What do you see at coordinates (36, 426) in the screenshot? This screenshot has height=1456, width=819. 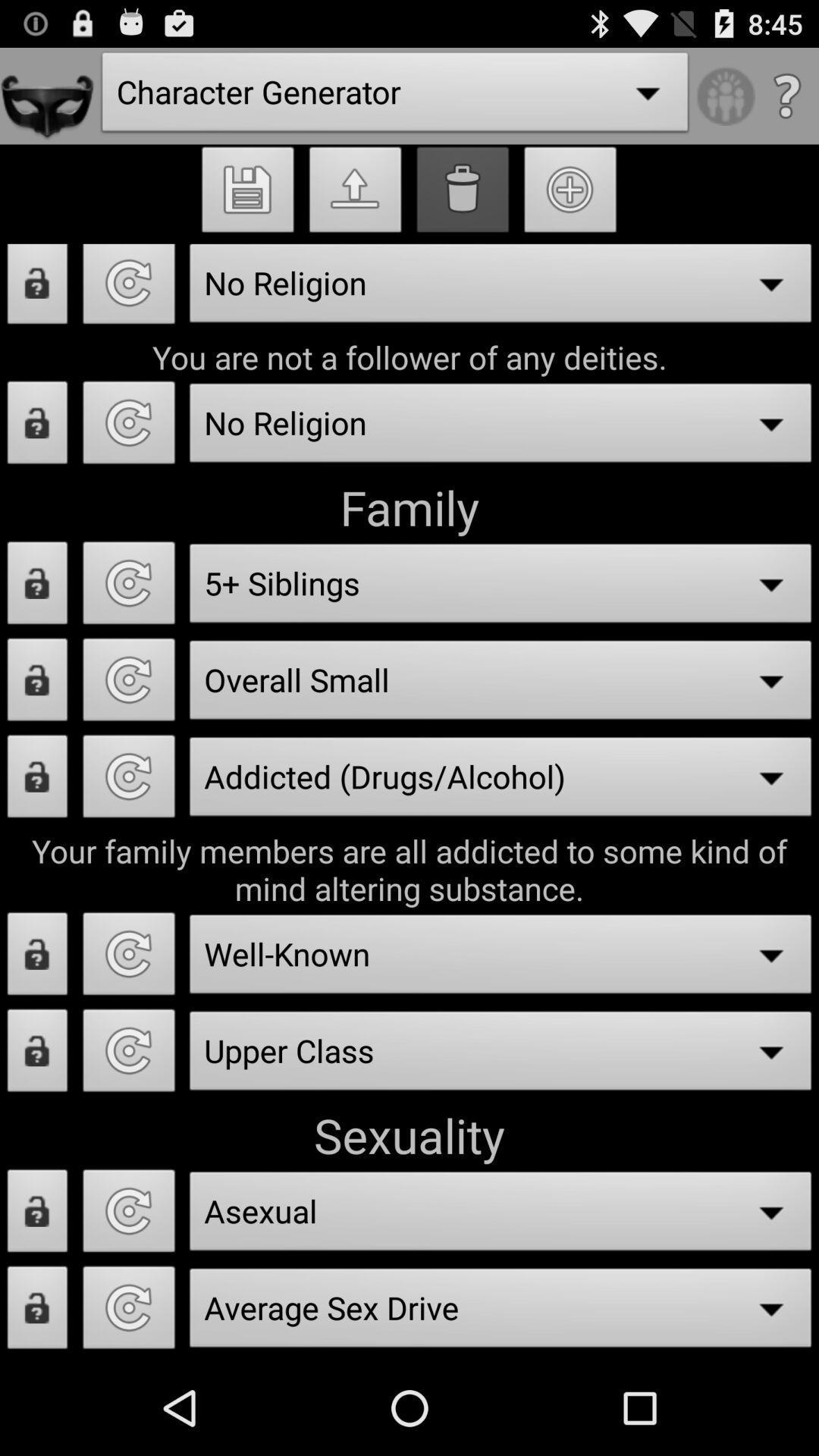 I see `lock option` at bounding box center [36, 426].